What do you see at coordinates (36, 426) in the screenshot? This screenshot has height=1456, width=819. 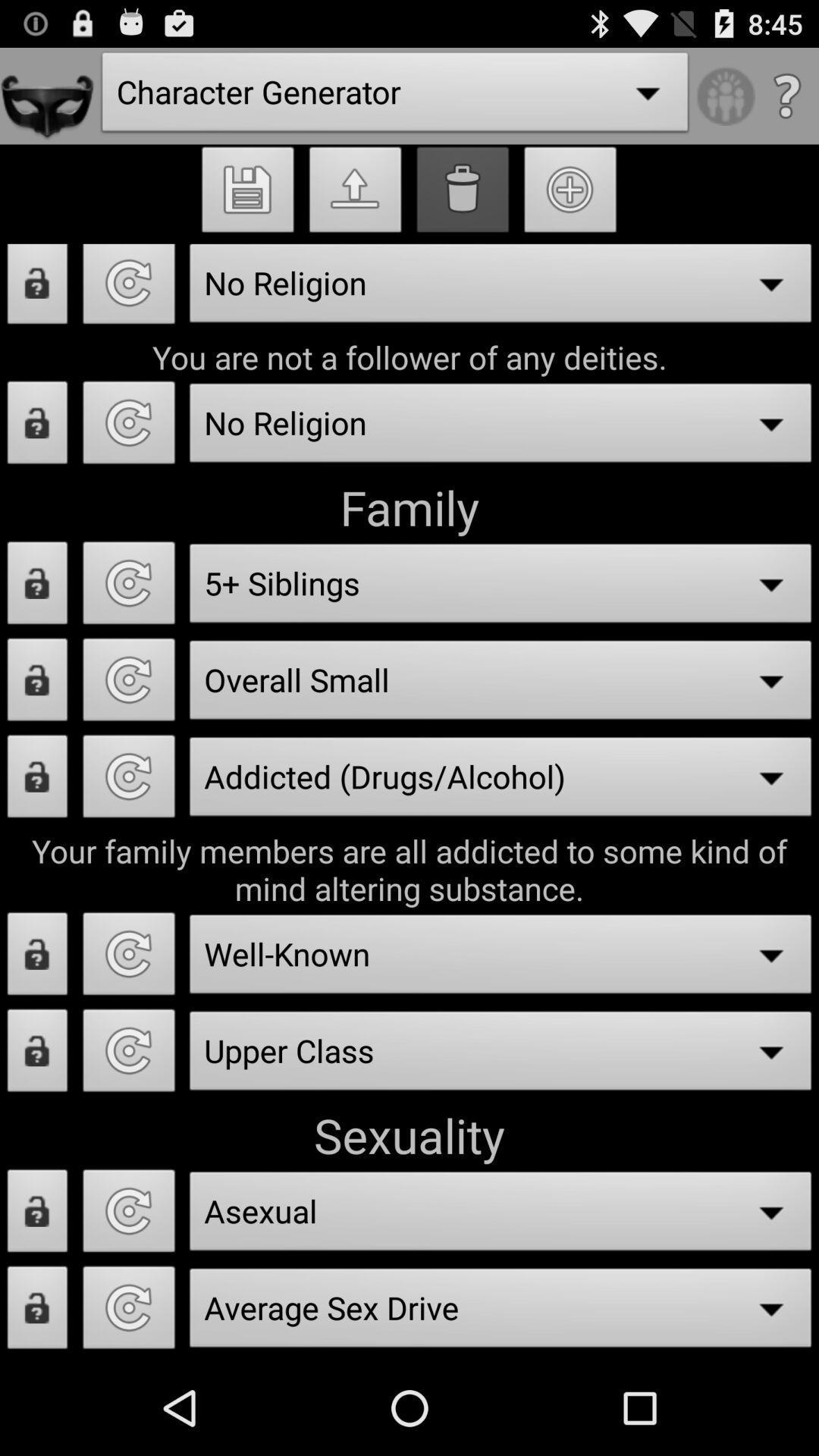 I see `lock option` at bounding box center [36, 426].